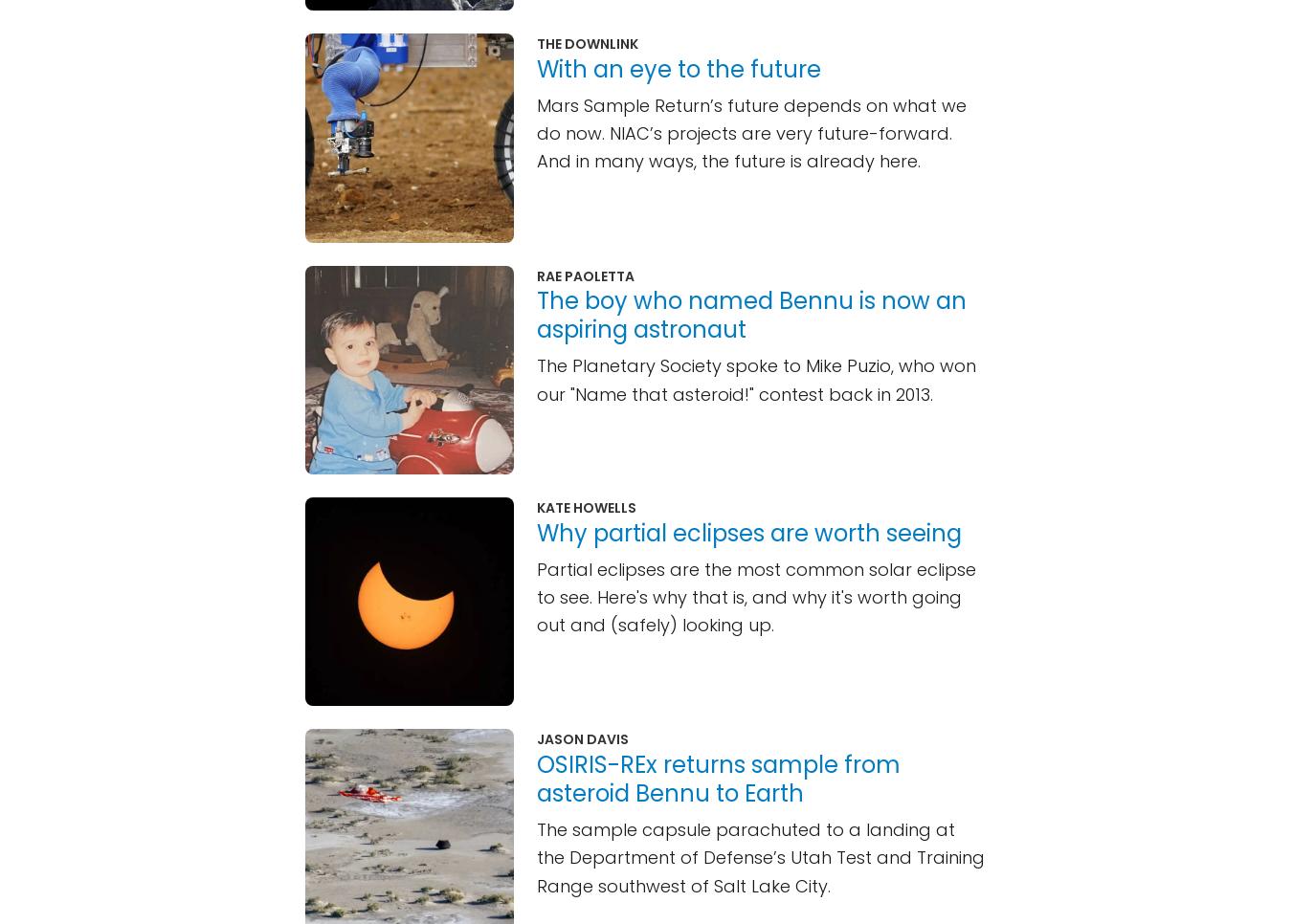 The width and height of the screenshot is (1292, 924). What do you see at coordinates (587, 507) in the screenshot?
I see `'Kate Howells'` at bounding box center [587, 507].